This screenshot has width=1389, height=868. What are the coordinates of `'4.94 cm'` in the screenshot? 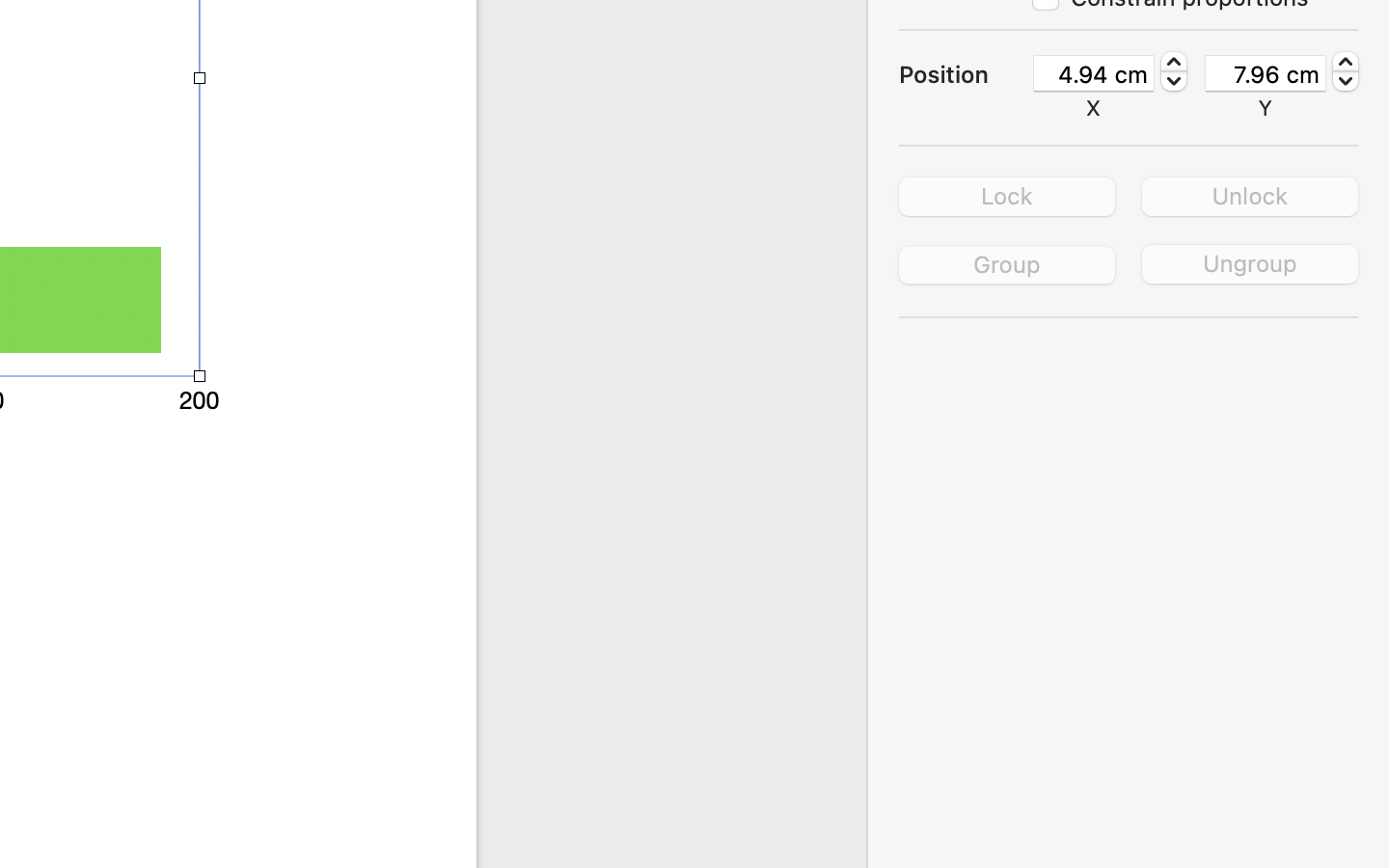 It's located at (1093, 71).